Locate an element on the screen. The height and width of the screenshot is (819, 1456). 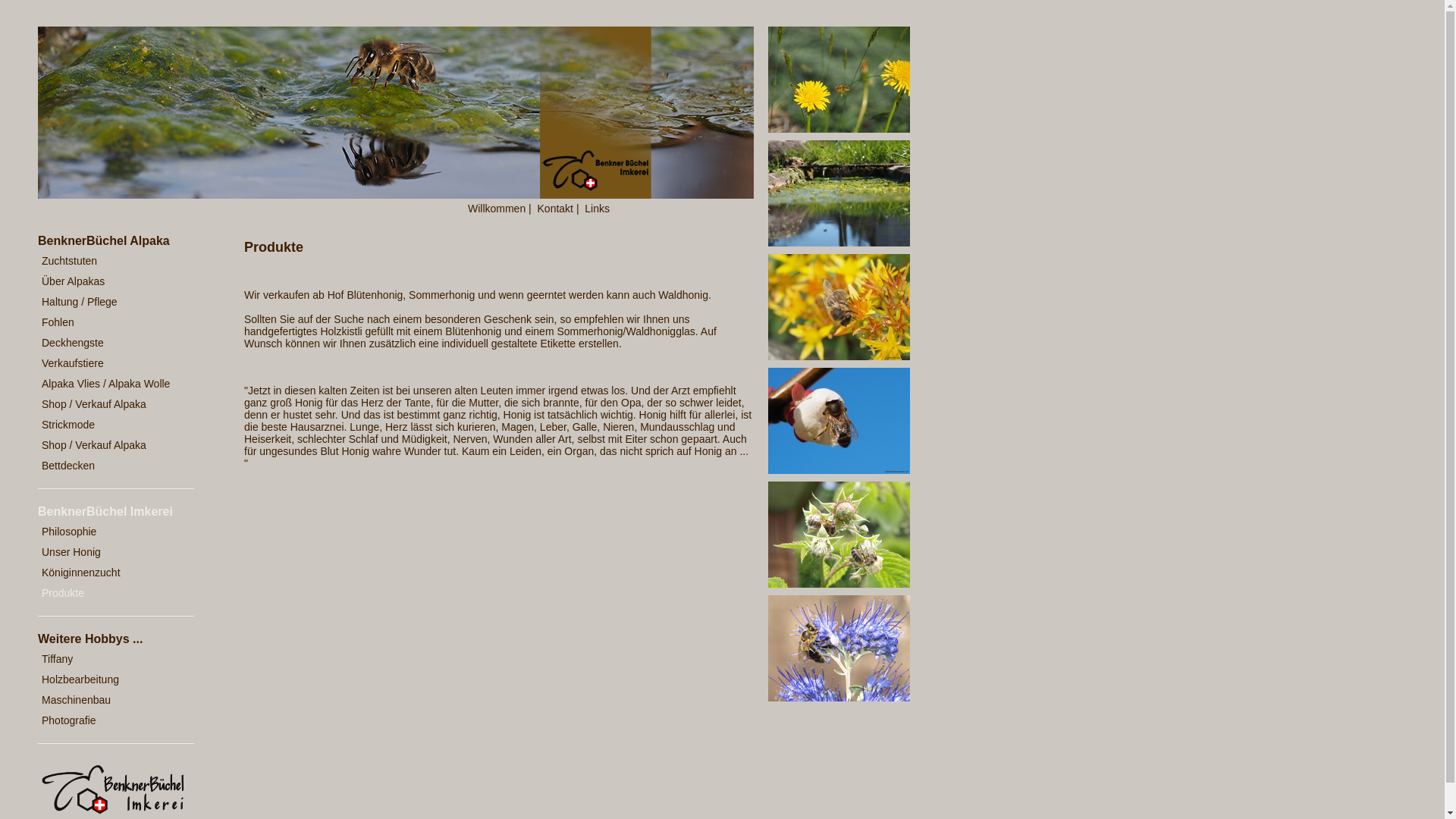
'Kontakt' is located at coordinates (554, 208).